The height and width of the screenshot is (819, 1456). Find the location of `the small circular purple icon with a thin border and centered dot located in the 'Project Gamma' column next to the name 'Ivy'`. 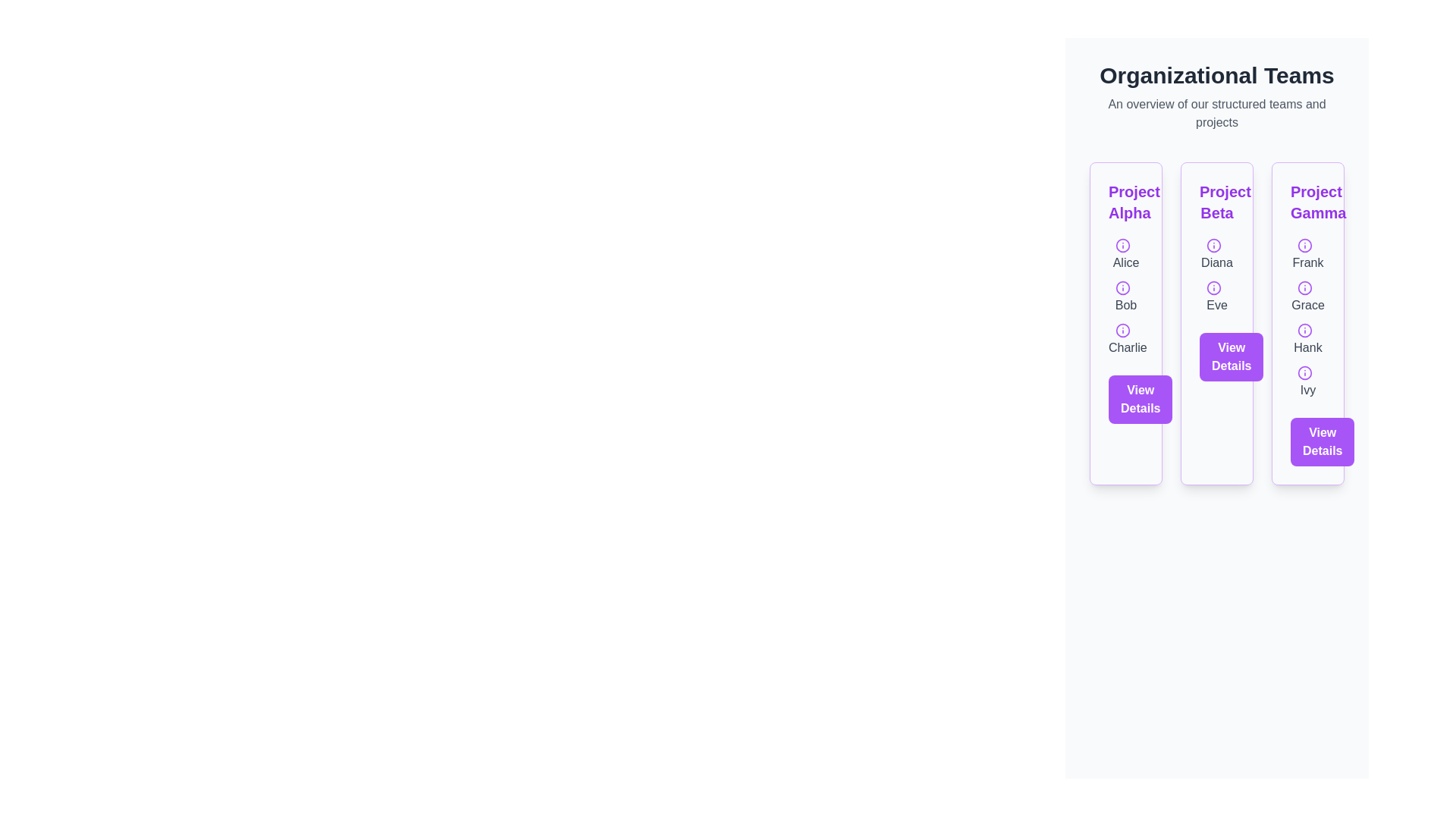

the small circular purple icon with a thin border and centered dot located in the 'Project Gamma' column next to the name 'Ivy' is located at coordinates (1304, 372).